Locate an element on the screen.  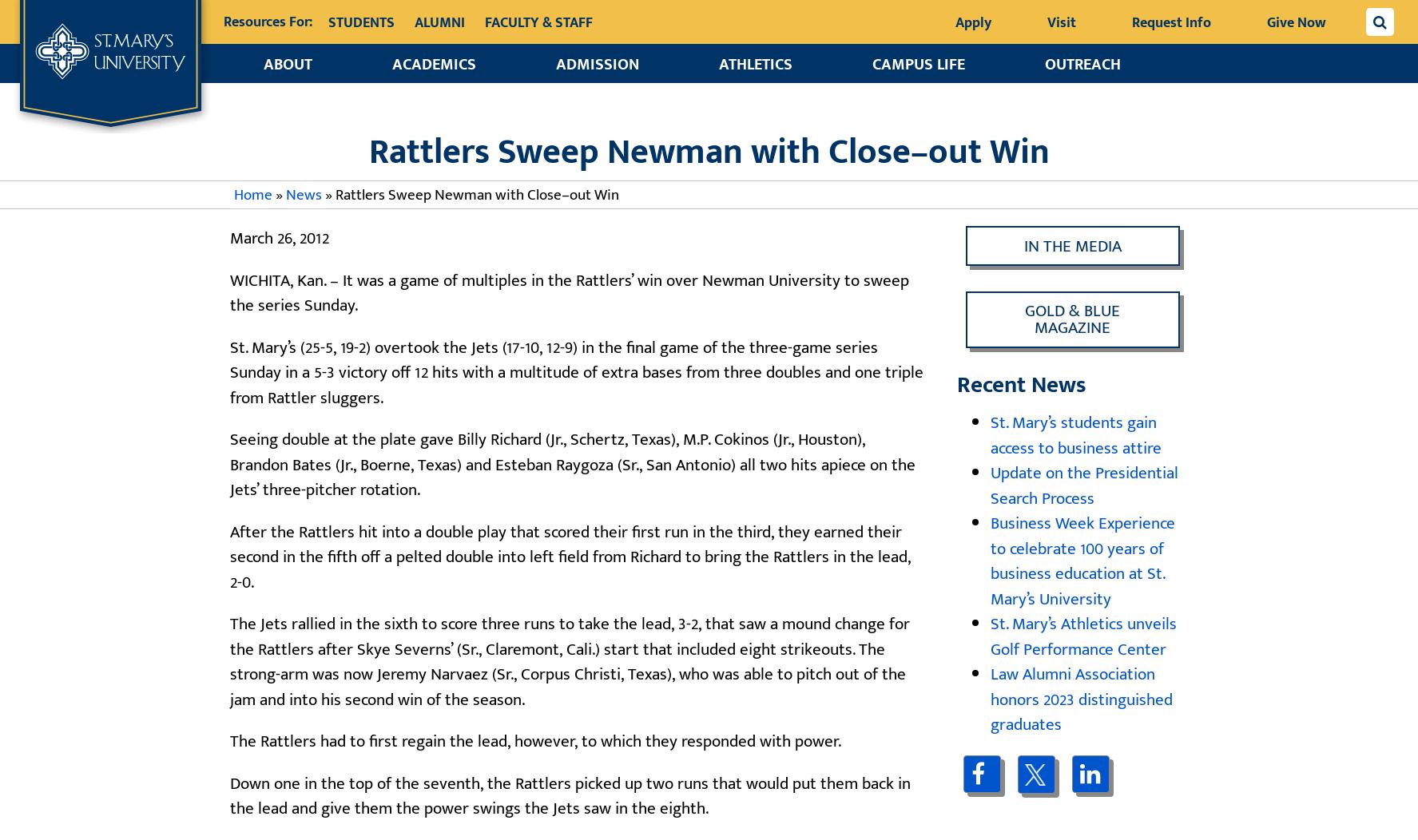
'Admission' is located at coordinates (554, 64).